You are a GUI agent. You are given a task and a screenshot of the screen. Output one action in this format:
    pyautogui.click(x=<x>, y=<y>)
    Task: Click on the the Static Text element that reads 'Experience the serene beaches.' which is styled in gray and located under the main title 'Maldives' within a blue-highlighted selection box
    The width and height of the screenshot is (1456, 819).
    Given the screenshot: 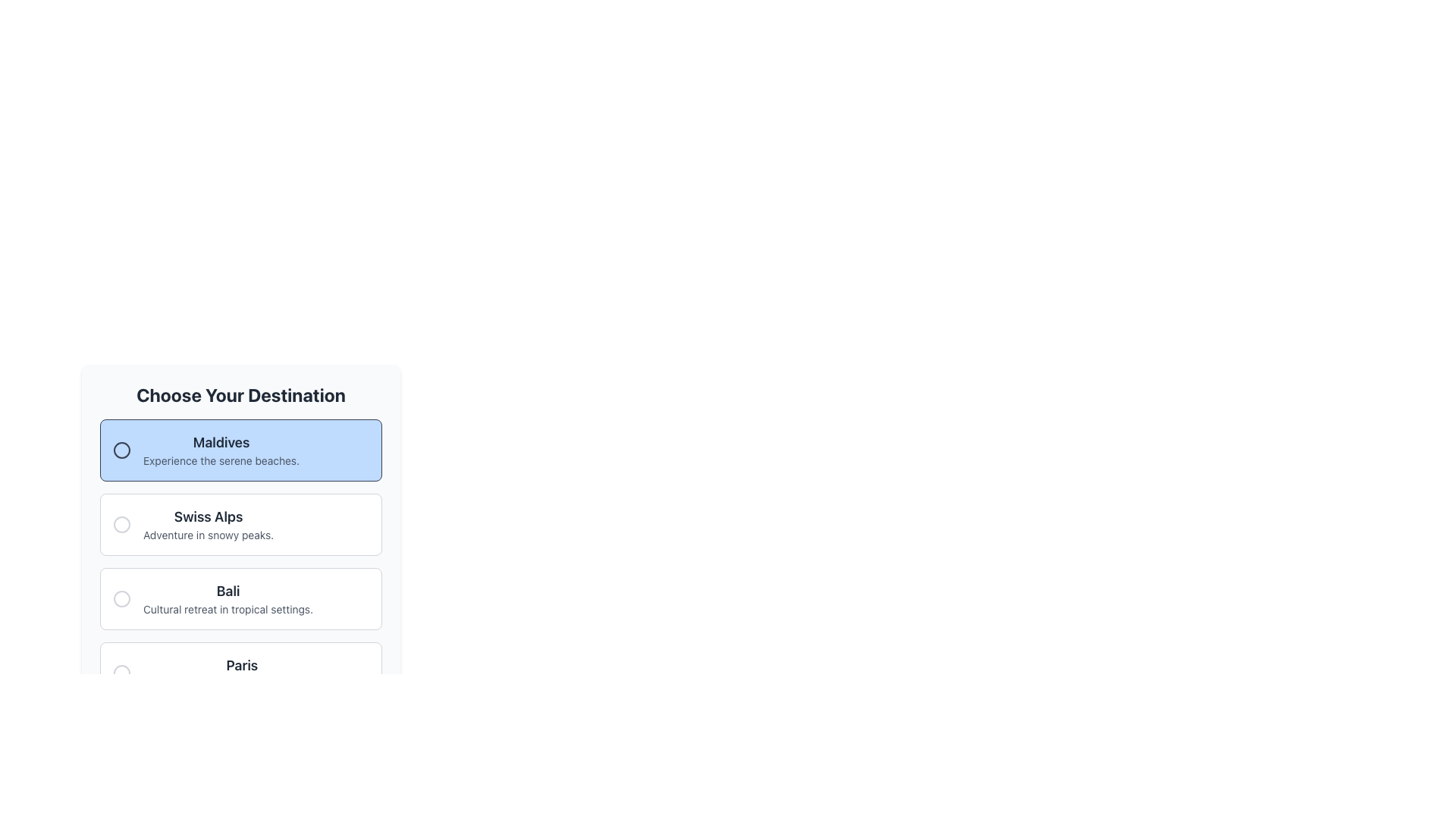 What is the action you would take?
    pyautogui.click(x=221, y=460)
    